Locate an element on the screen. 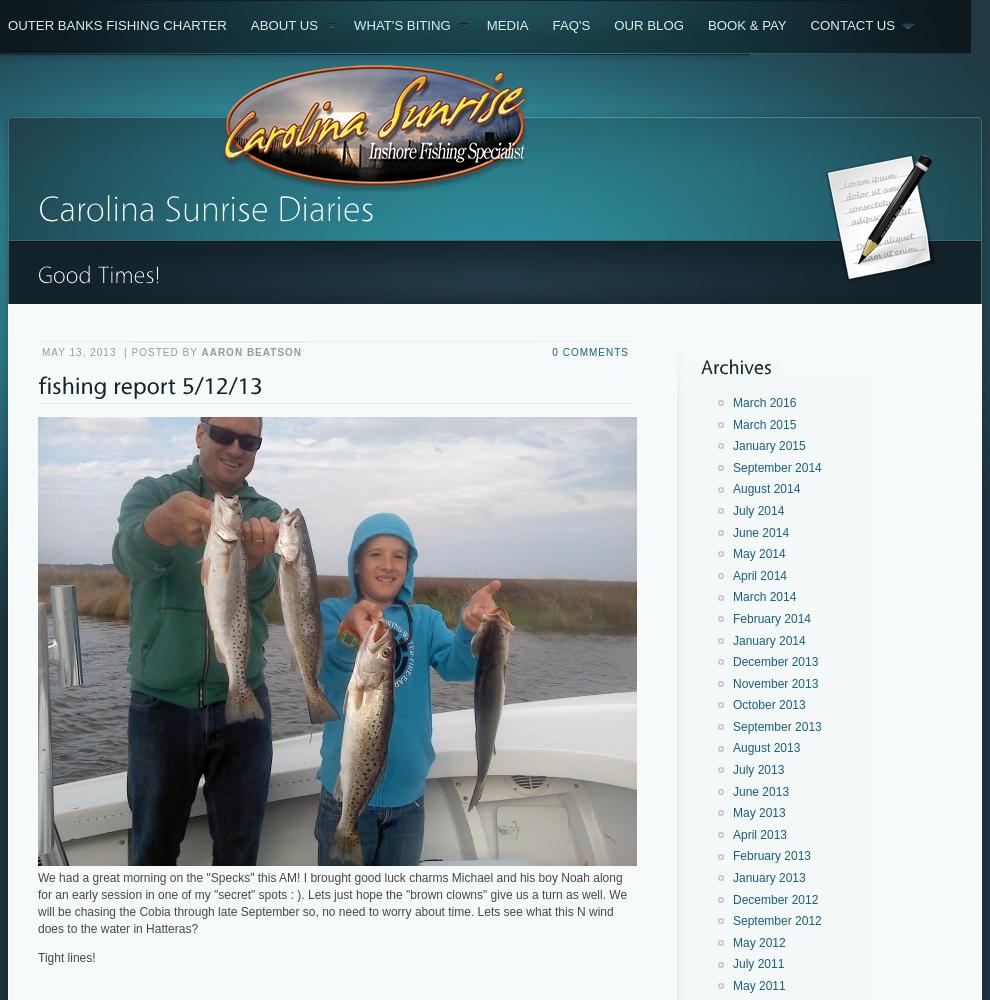 The height and width of the screenshot is (1000, 990). 'May 13, 2013' is located at coordinates (40, 351).